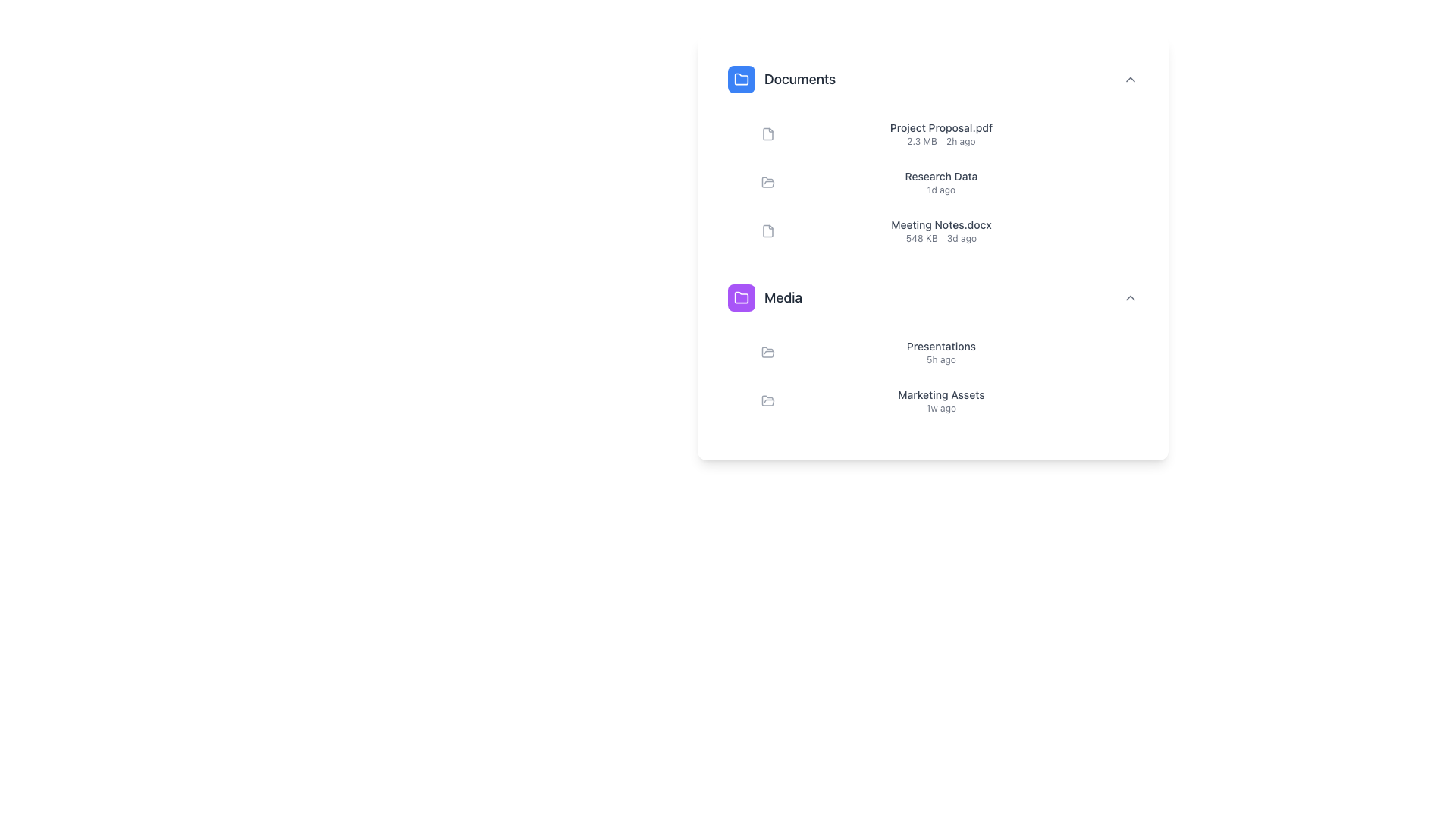  Describe the element at coordinates (940, 181) in the screenshot. I see `the 'Research Data' text block located` at that location.